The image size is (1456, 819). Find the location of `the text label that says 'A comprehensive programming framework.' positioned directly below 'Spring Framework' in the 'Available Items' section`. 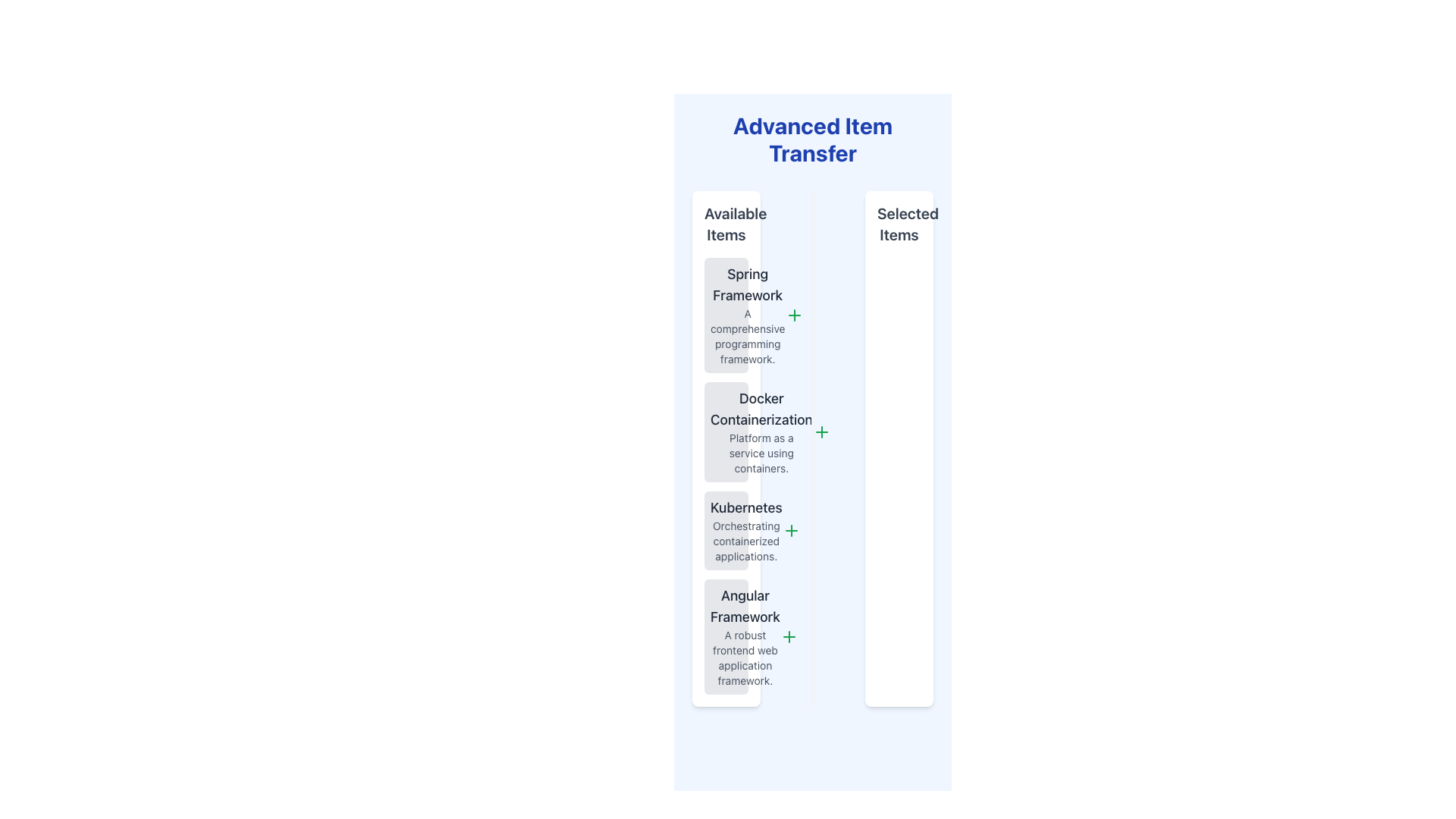

the text label that says 'A comprehensive programming framework.' positioned directly below 'Spring Framework' in the 'Available Items' section is located at coordinates (748, 335).